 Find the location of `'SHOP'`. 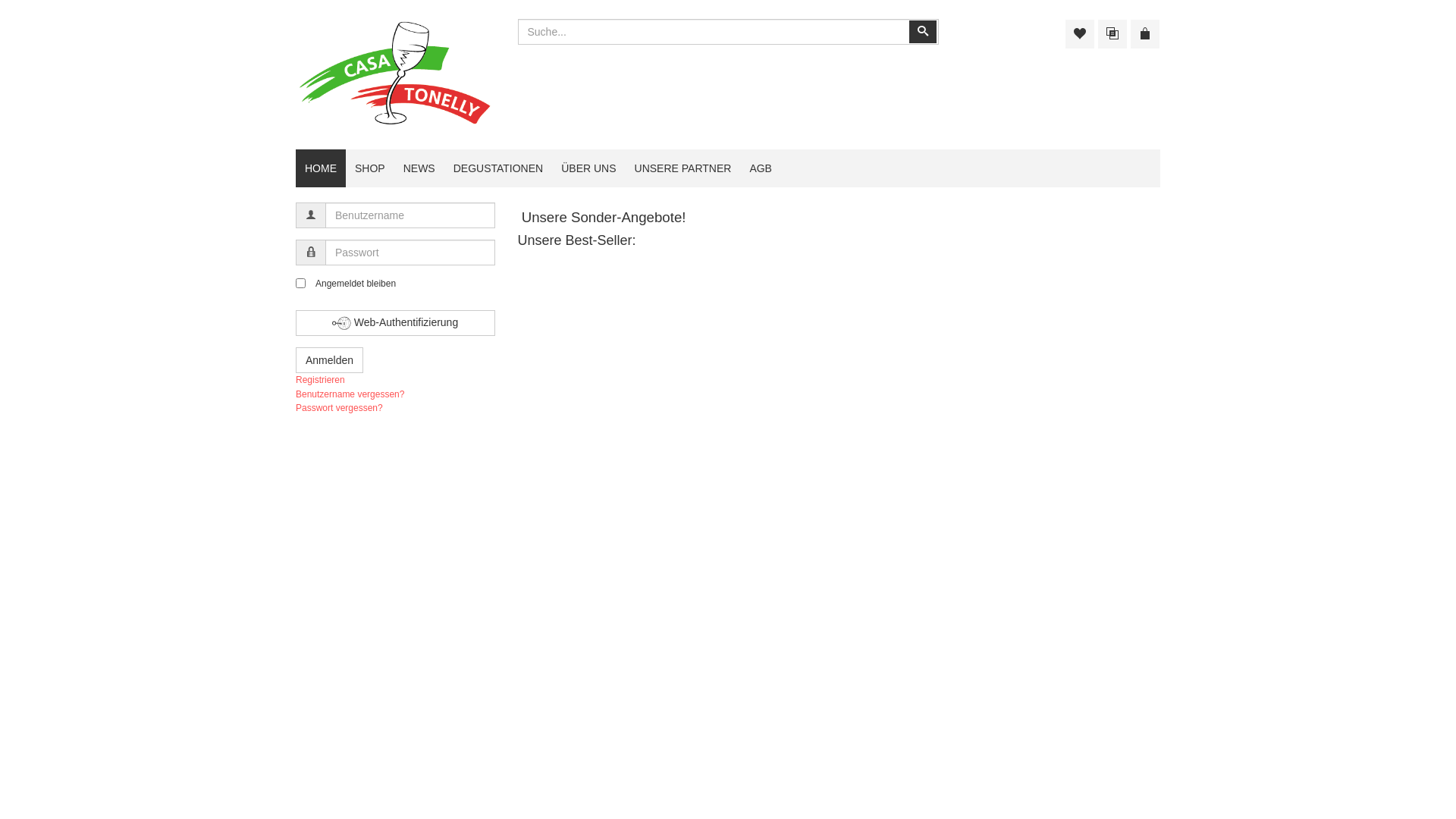

'SHOP' is located at coordinates (370, 168).